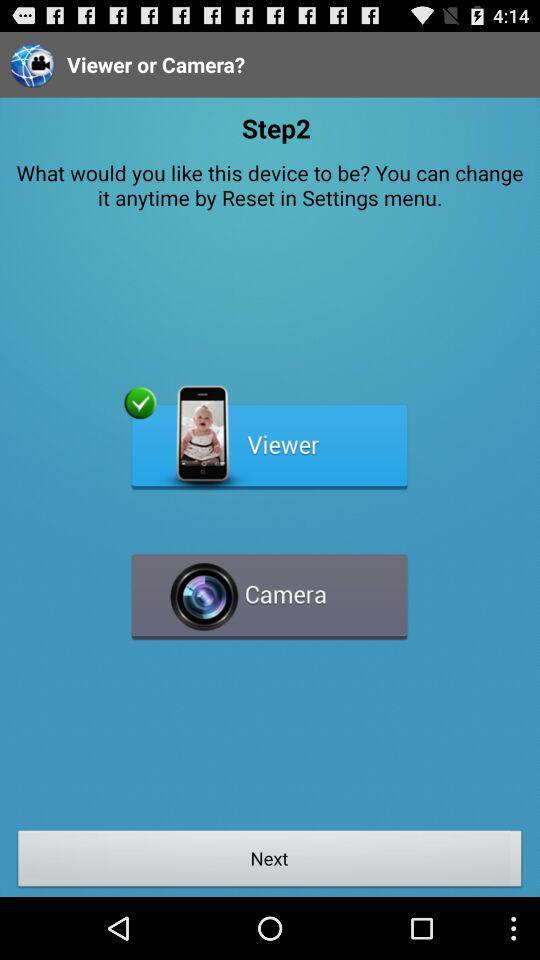  What do you see at coordinates (270, 860) in the screenshot?
I see `the next` at bounding box center [270, 860].